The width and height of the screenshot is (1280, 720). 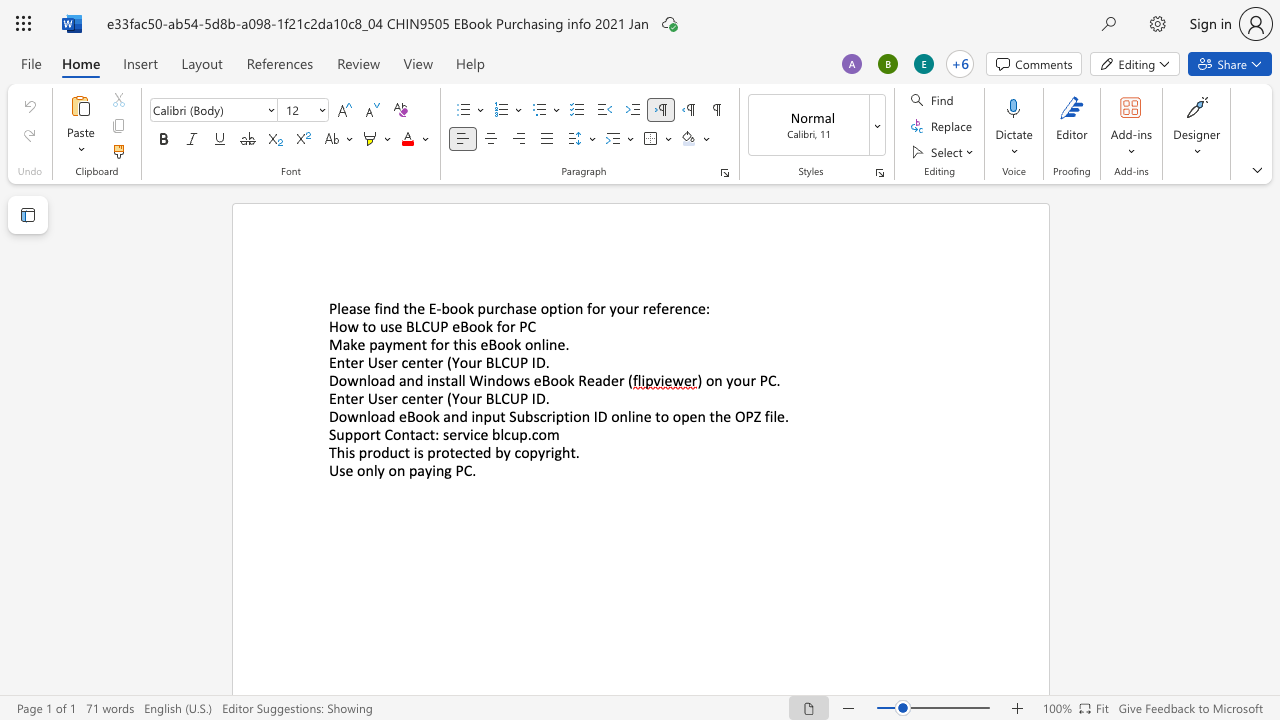 I want to click on the 1th character "l" in the text, so click(x=339, y=308).